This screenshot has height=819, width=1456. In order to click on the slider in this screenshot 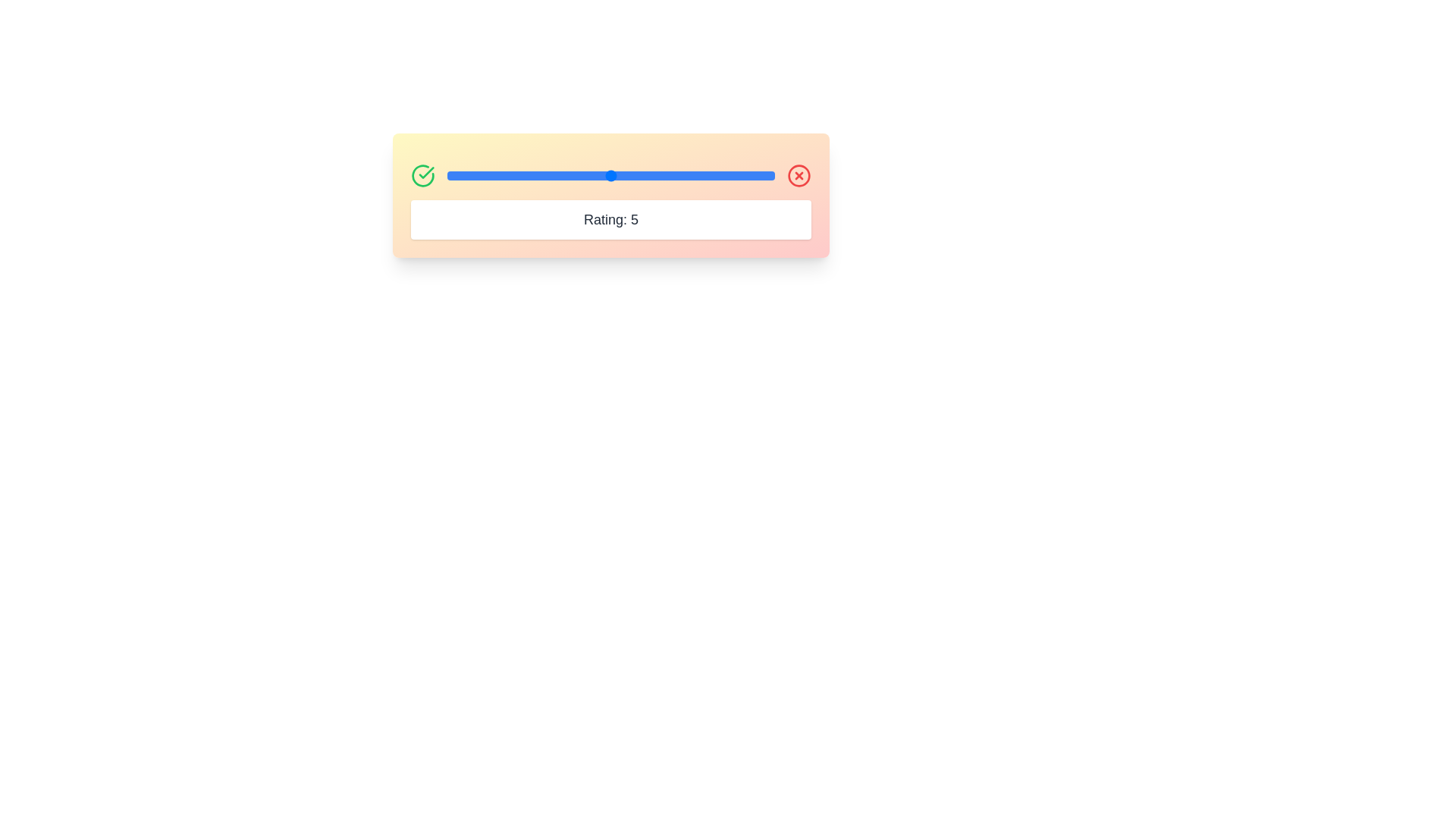, I will do `click(479, 174)`.